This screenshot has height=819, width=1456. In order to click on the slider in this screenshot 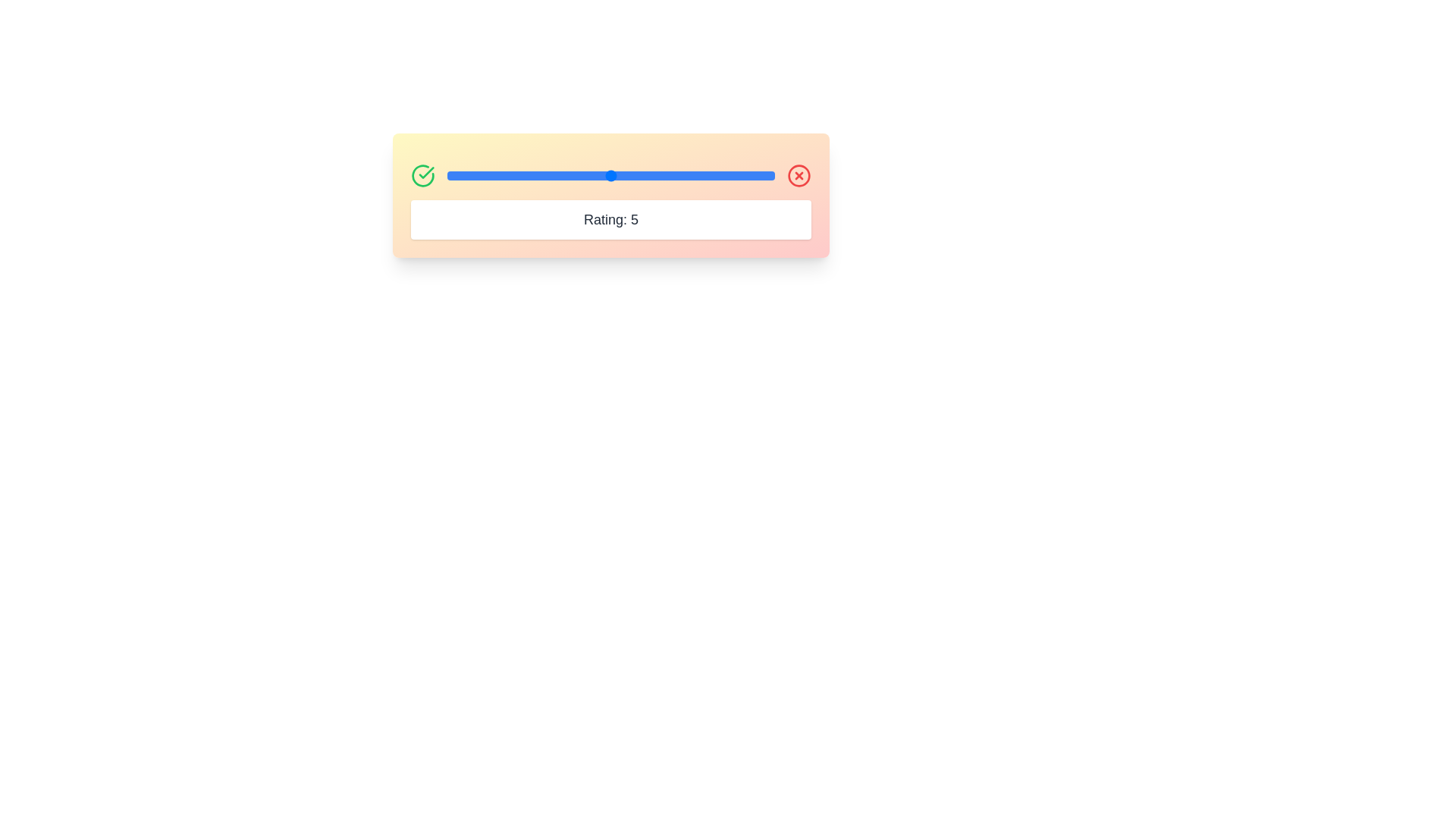, I will do `click(479, 174)`.